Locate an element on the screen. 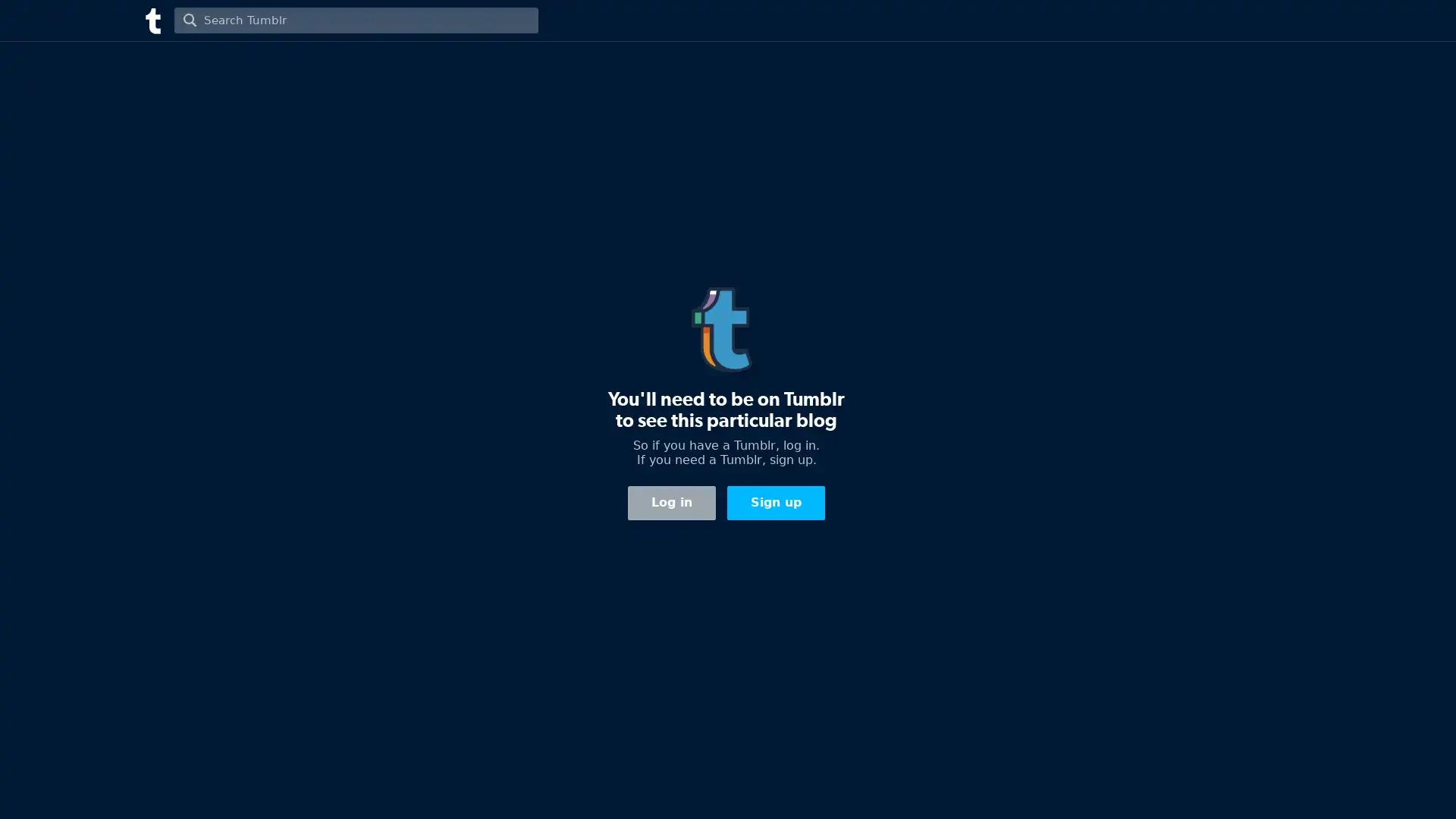  Sign up is located at coordinates (776, 503).